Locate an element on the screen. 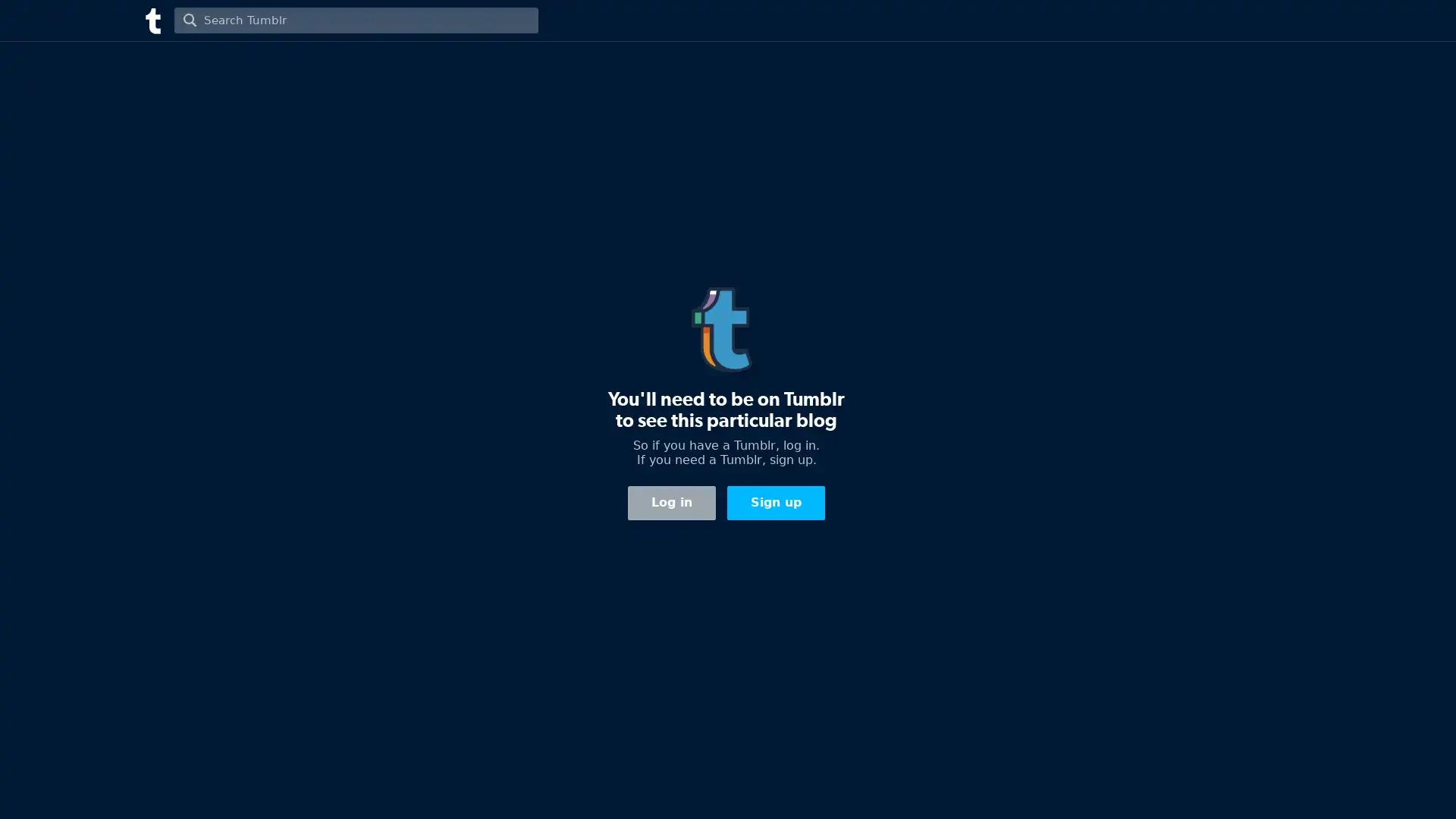  Sign up is located at coordinates (776, 503).